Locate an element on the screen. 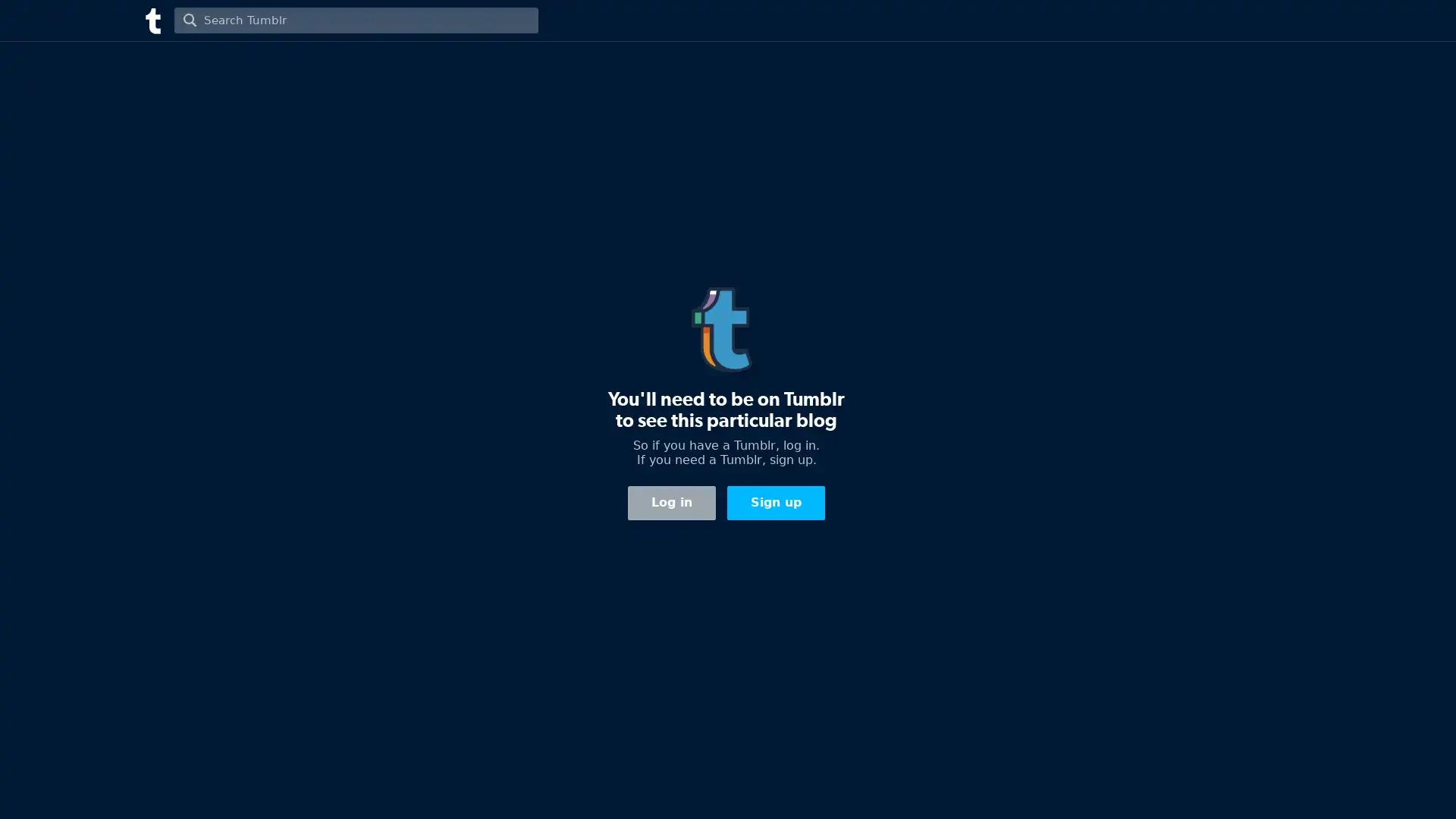  Sign up is located at coordinates (776, 503).